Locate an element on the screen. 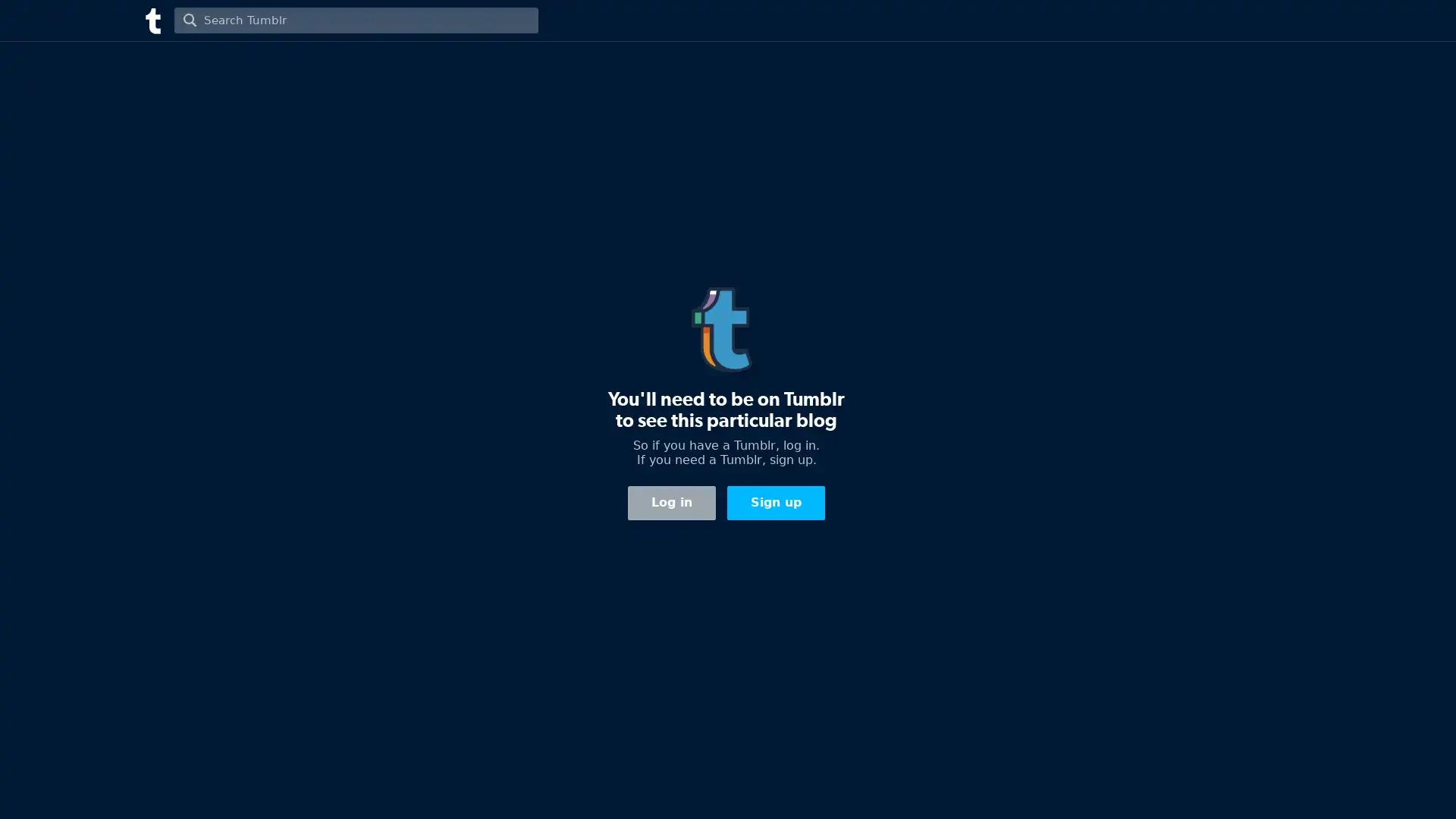  Sign up is located at coordinates (776, 503).